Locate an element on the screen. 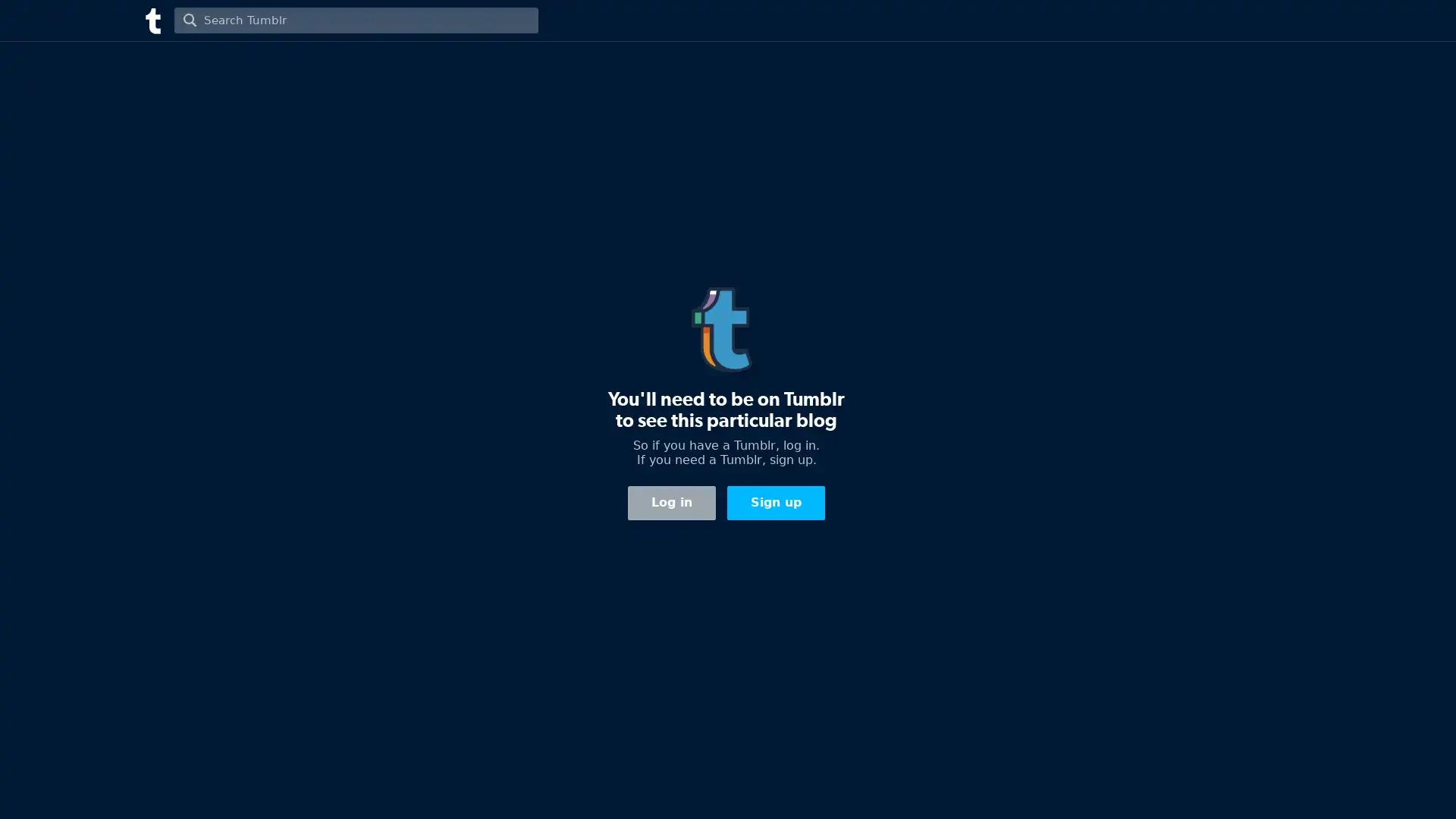  Sign up is located at coordinates (776, 503).